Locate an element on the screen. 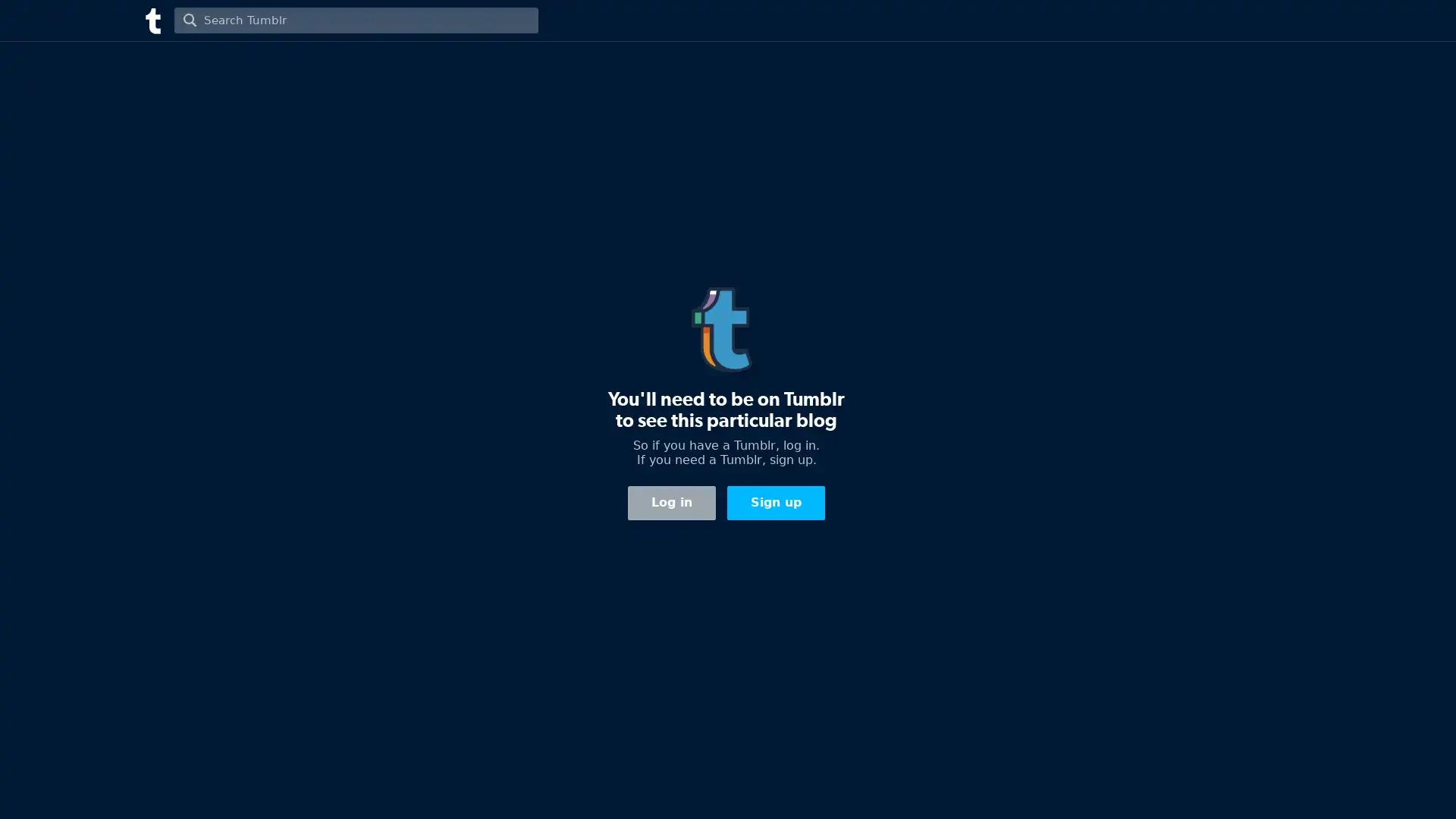  Sign up is located at coordinates (776, 503).